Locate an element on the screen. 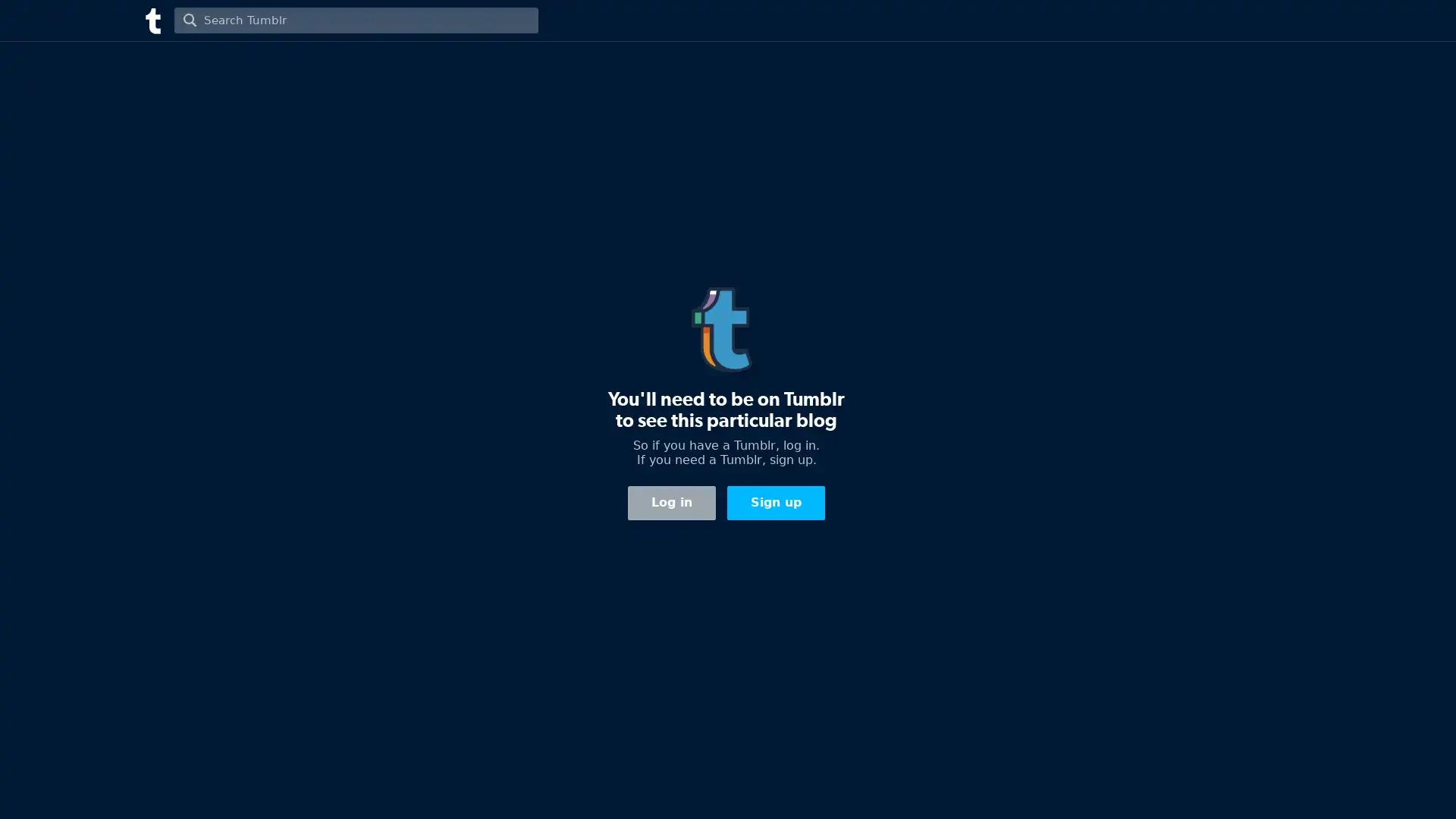  Sign up is located at coordinates (776, 503).